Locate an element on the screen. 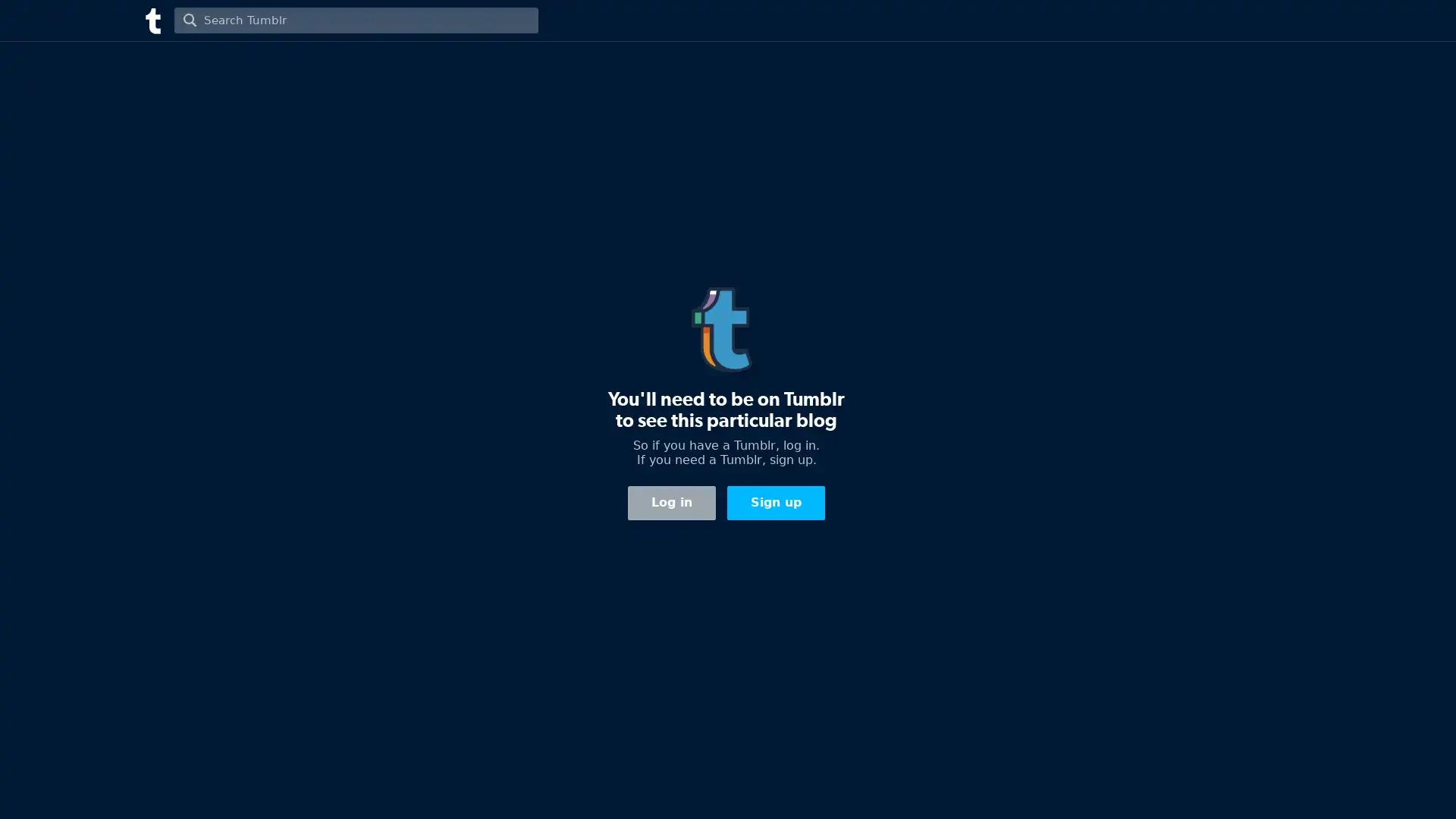  Sign up is located at coordinates (776, 503).